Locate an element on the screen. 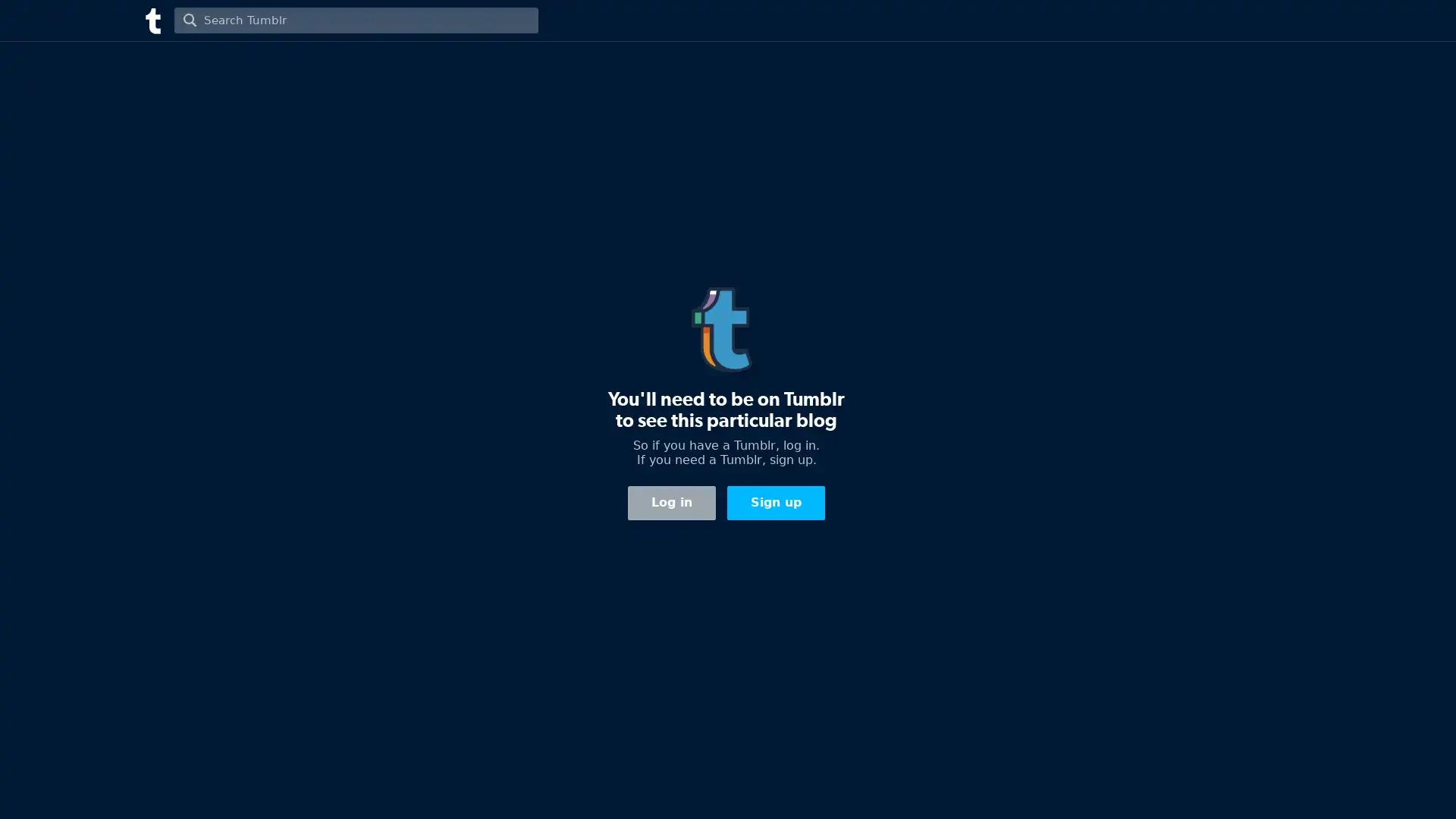  Sign up is located at coordinates (776, 503).